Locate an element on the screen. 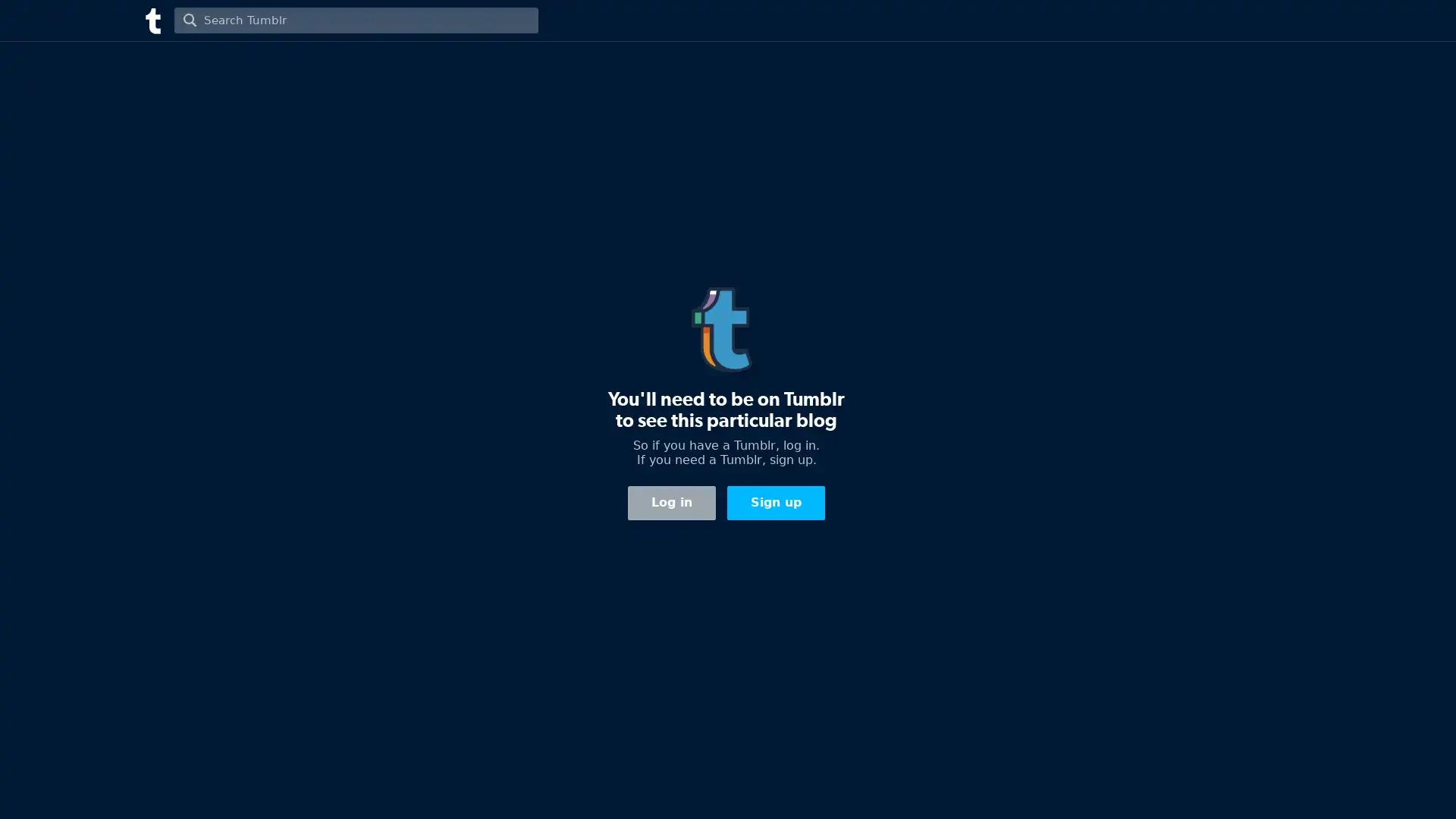  Sign up is located at coordinates (776, 503).